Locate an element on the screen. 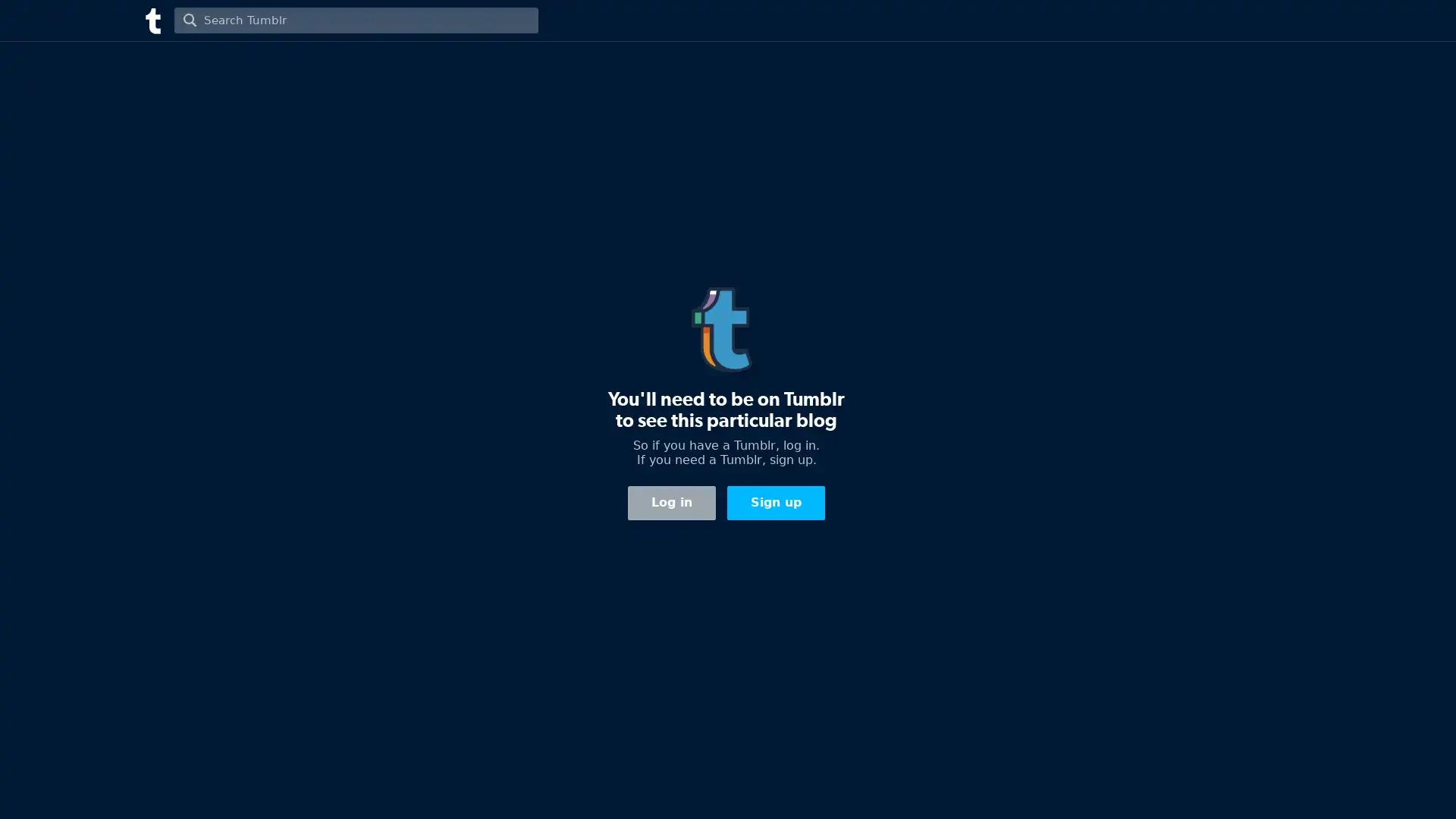  Sign up is located at coordinates (776, 503).